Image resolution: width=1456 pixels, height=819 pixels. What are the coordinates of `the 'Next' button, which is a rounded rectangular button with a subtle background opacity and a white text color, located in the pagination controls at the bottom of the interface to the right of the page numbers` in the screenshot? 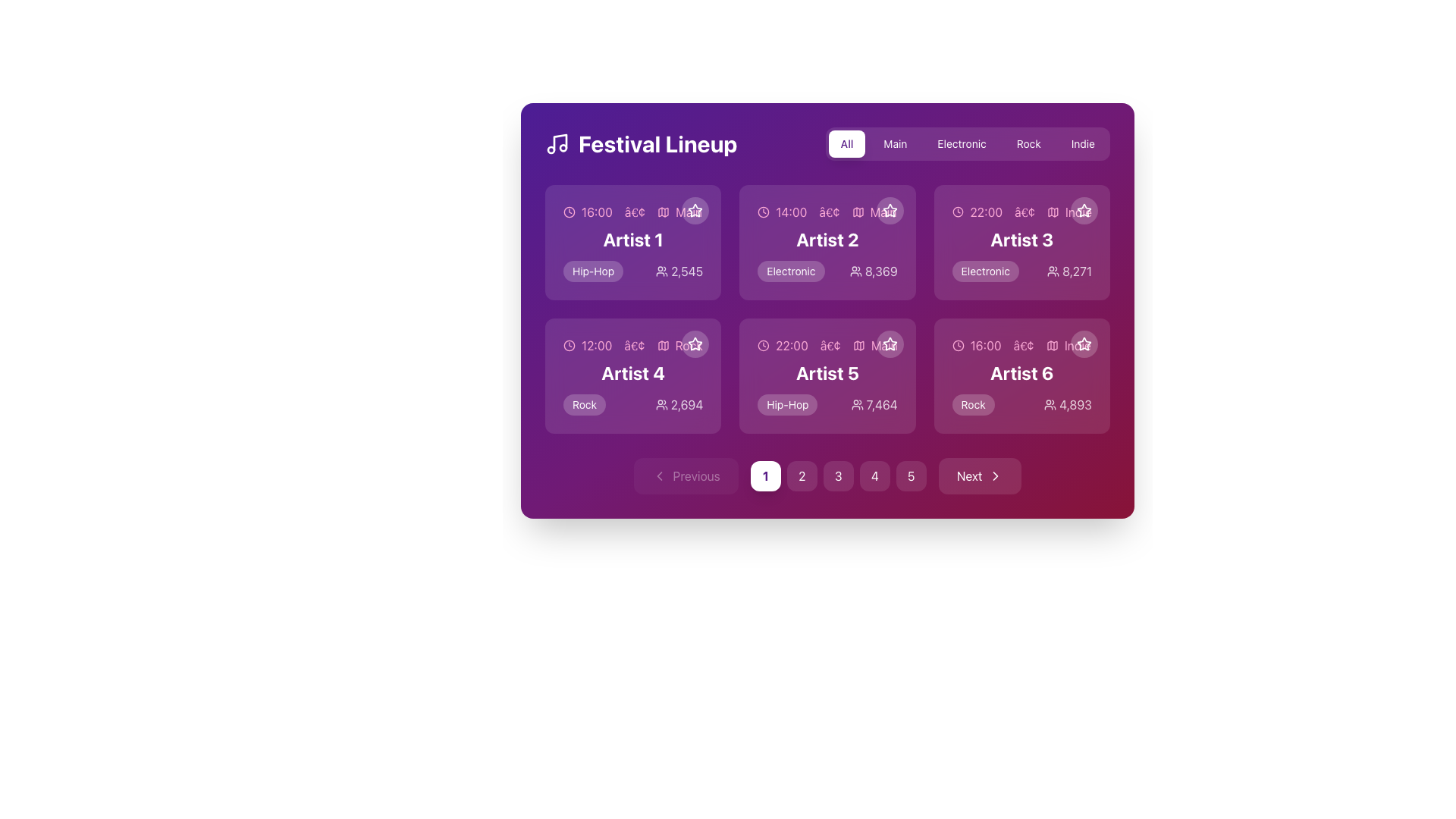 It's located at (980, 475).